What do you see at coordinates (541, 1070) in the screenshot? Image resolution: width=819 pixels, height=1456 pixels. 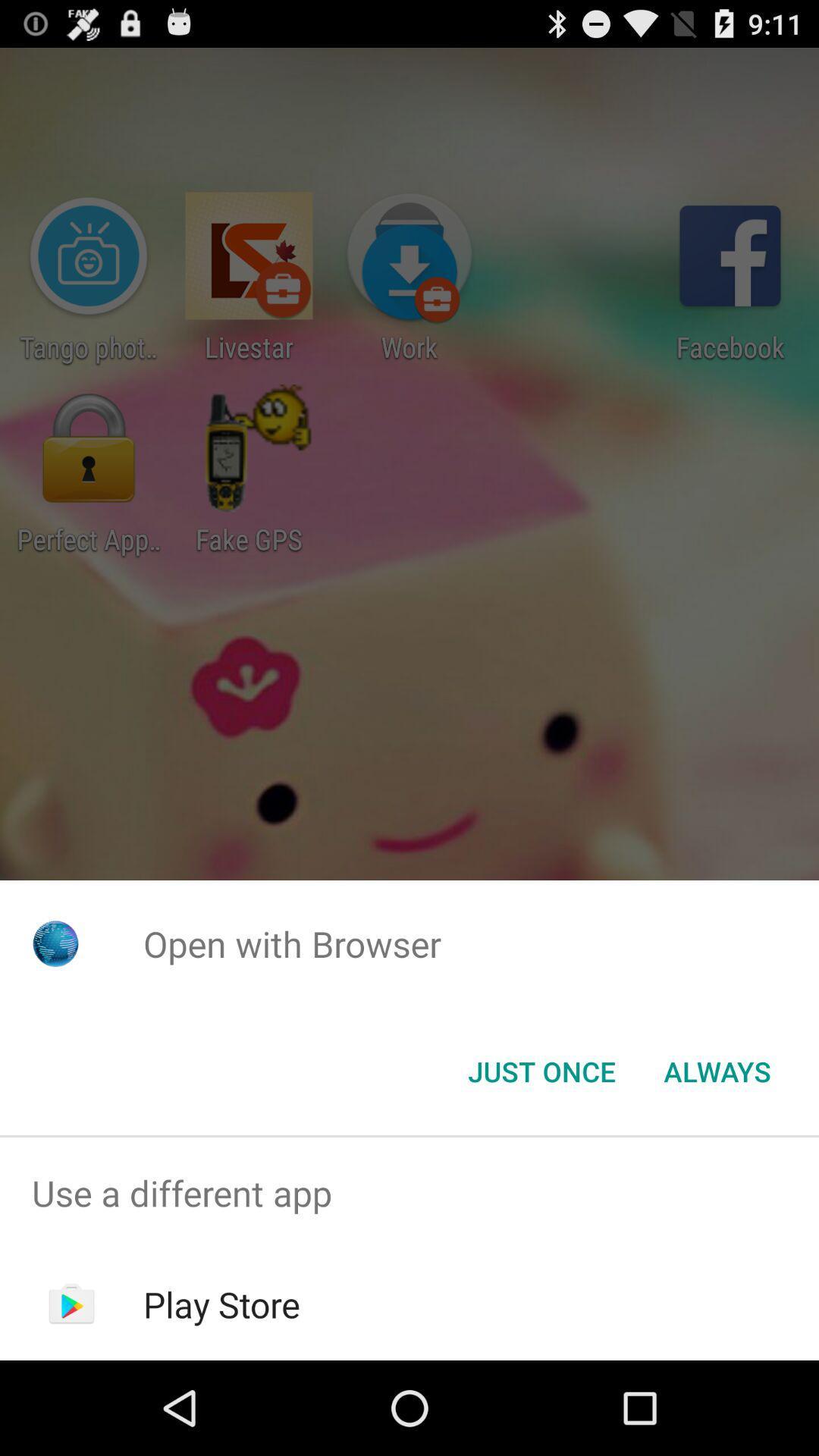 I see `just once item` at bounding box center [541, 1070].